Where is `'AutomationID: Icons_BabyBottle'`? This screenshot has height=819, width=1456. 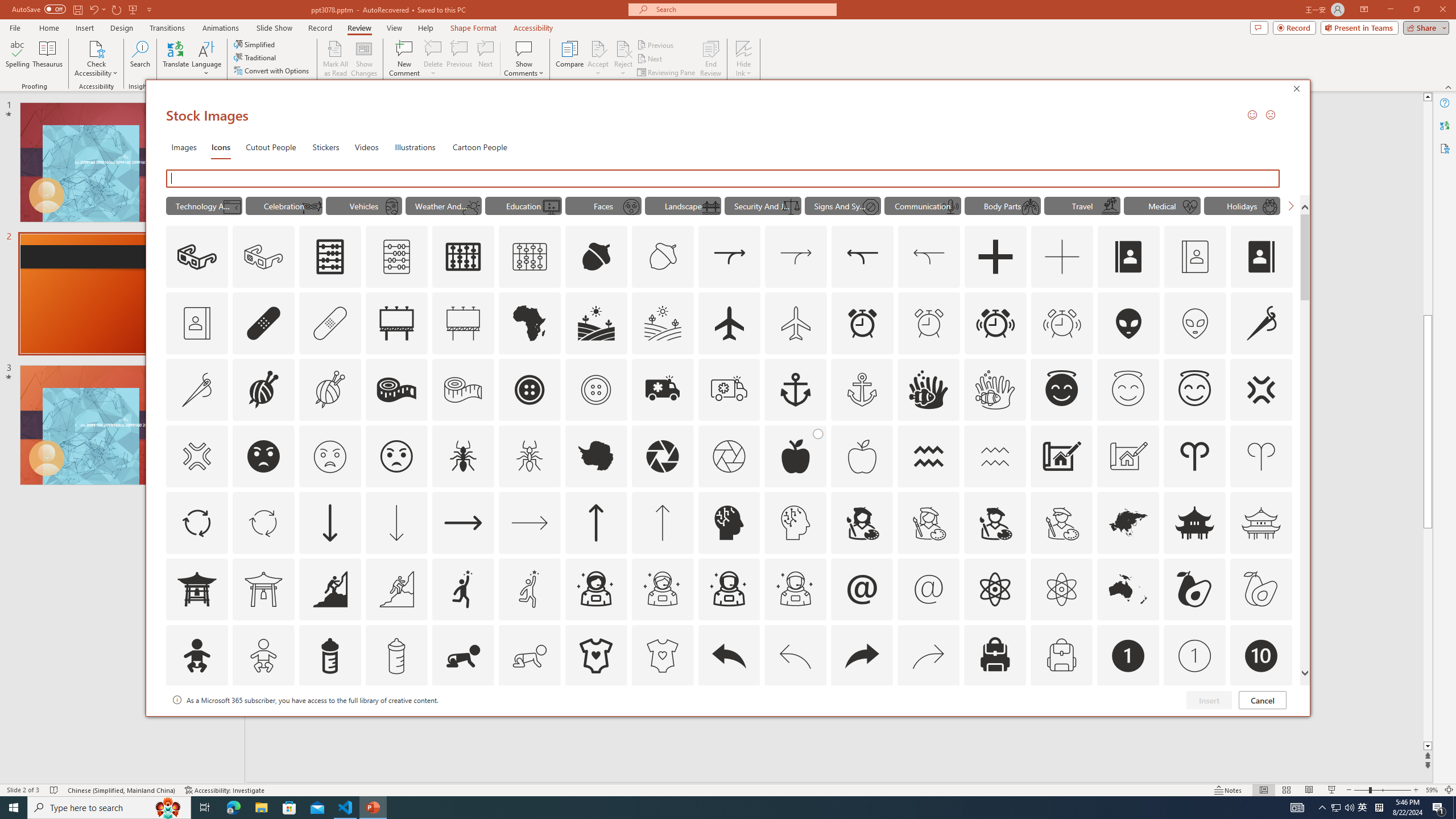 'AutomationID: Icons_BabyBottle' is located at coordinates (329, 655).